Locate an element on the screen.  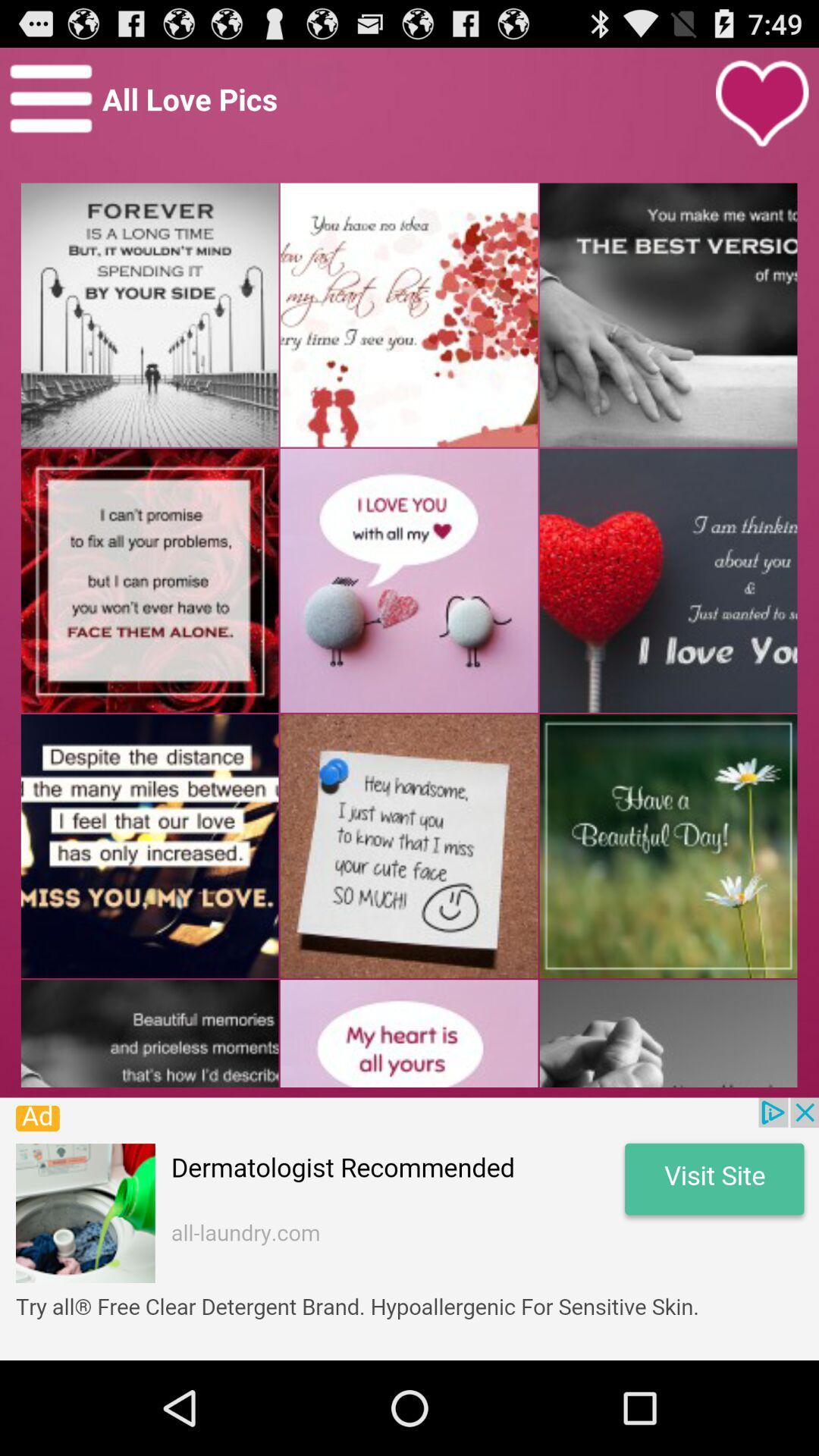
advertisement is located at coordinates (409, 1228).